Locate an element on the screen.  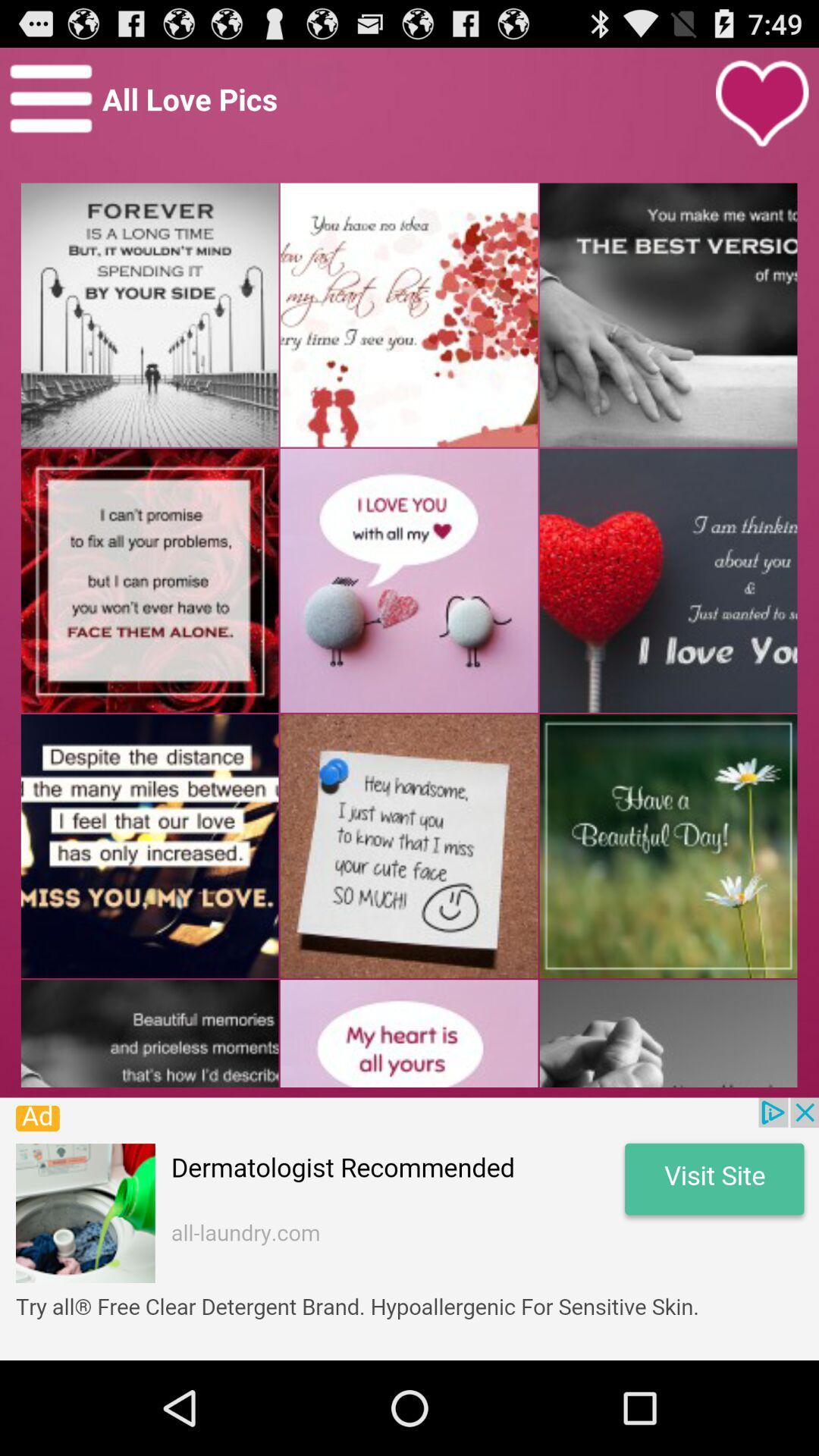
advertisement is located at coordinates (409, 1228).